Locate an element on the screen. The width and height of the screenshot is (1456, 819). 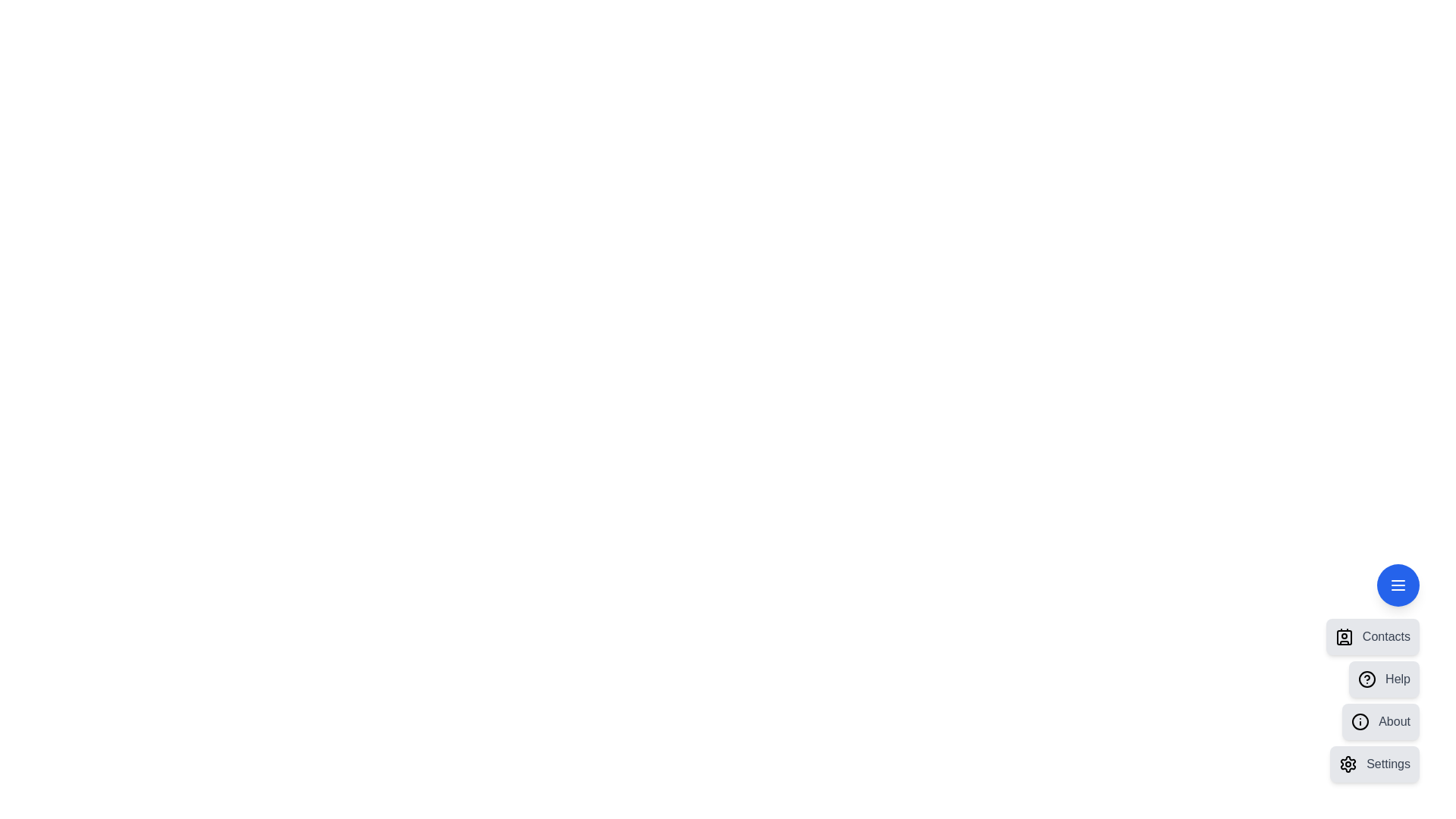
the 'About' menu item is located at coordinates (1380, 721).